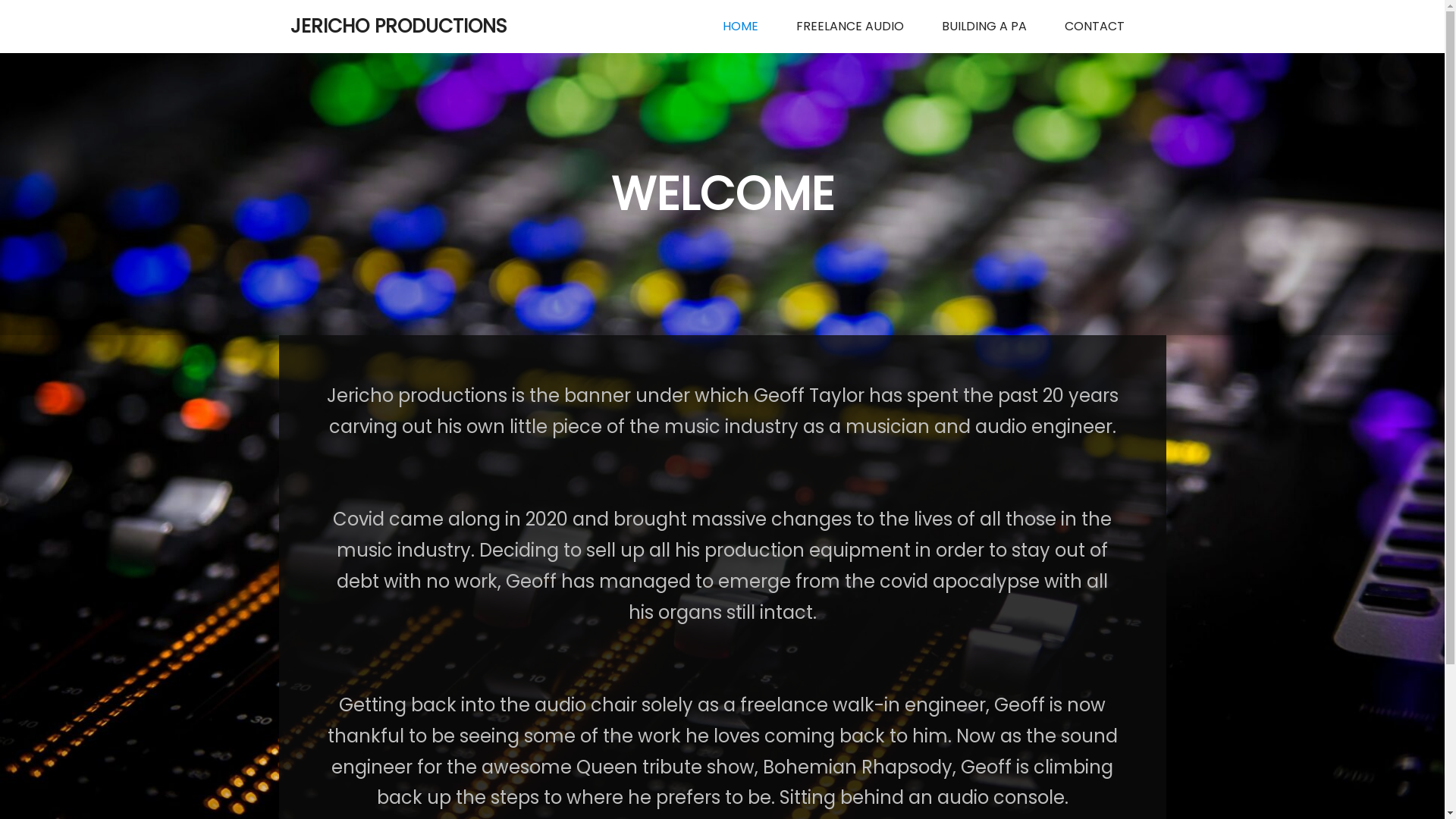  What do you see at coordinates (365, 26) in the screenshot?
I see `'JERICHO PRODUCTIONS'` at bounding box center [365, 26].